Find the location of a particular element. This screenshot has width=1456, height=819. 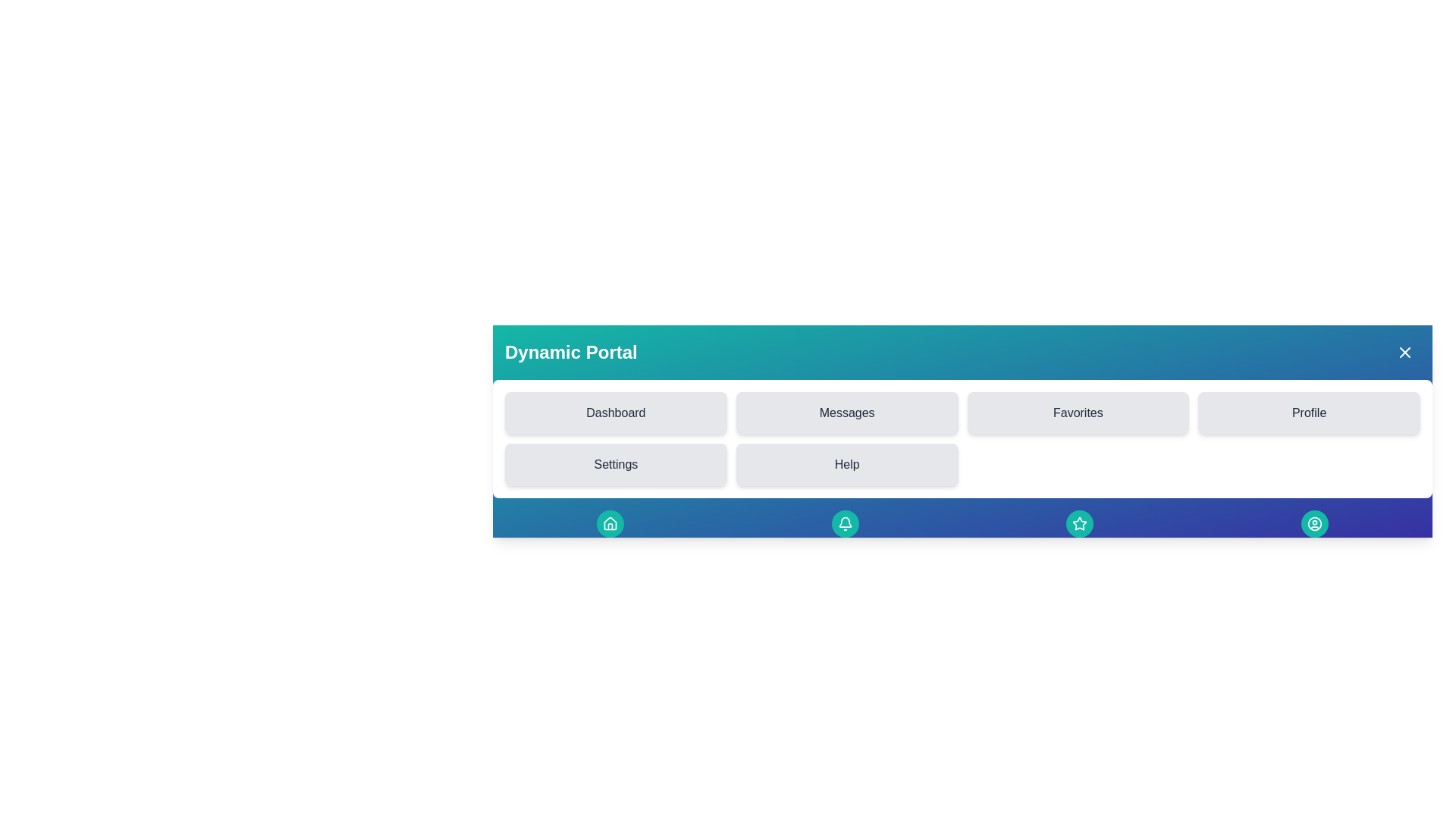

the menu item labeled Profile to navigate to the corresponding section is located at coordinates (1309, 413).